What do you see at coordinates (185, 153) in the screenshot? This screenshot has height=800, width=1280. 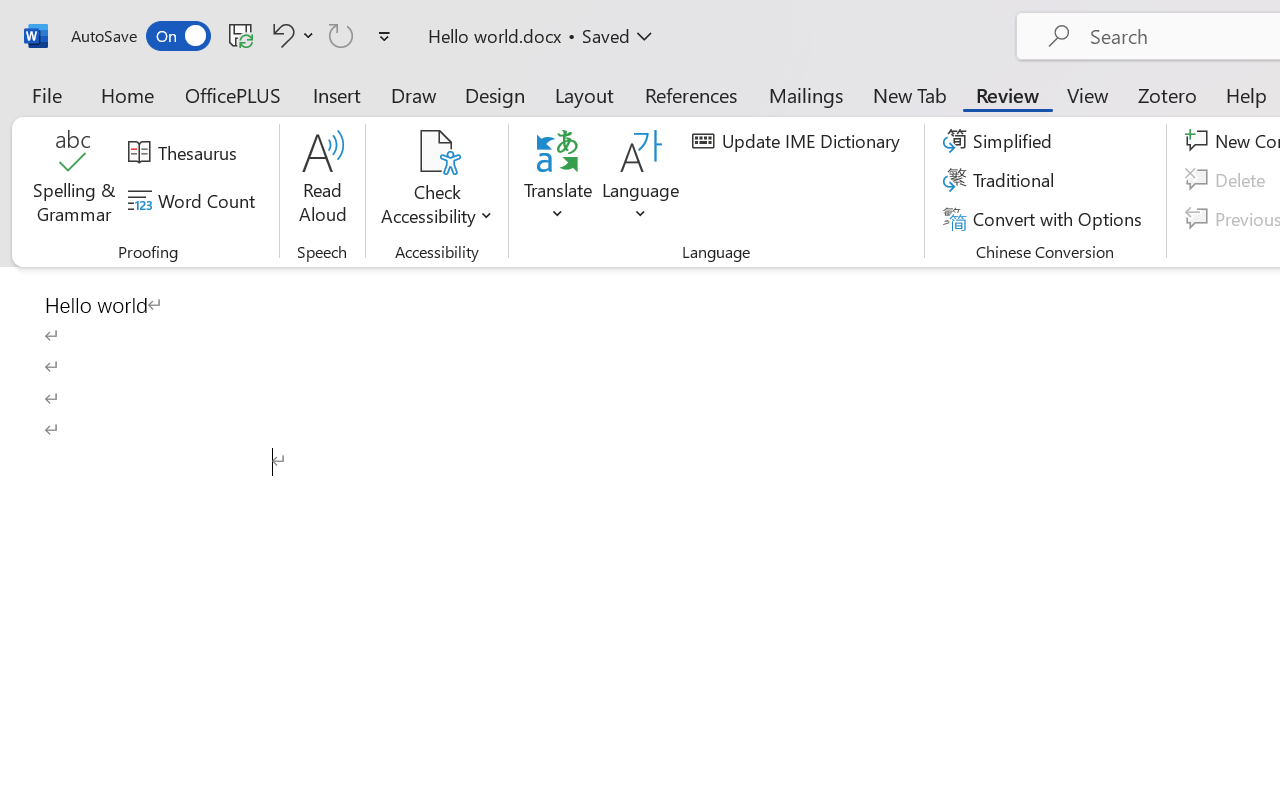 I see `'Thesaurus...'` at bounding box center [185, 153].